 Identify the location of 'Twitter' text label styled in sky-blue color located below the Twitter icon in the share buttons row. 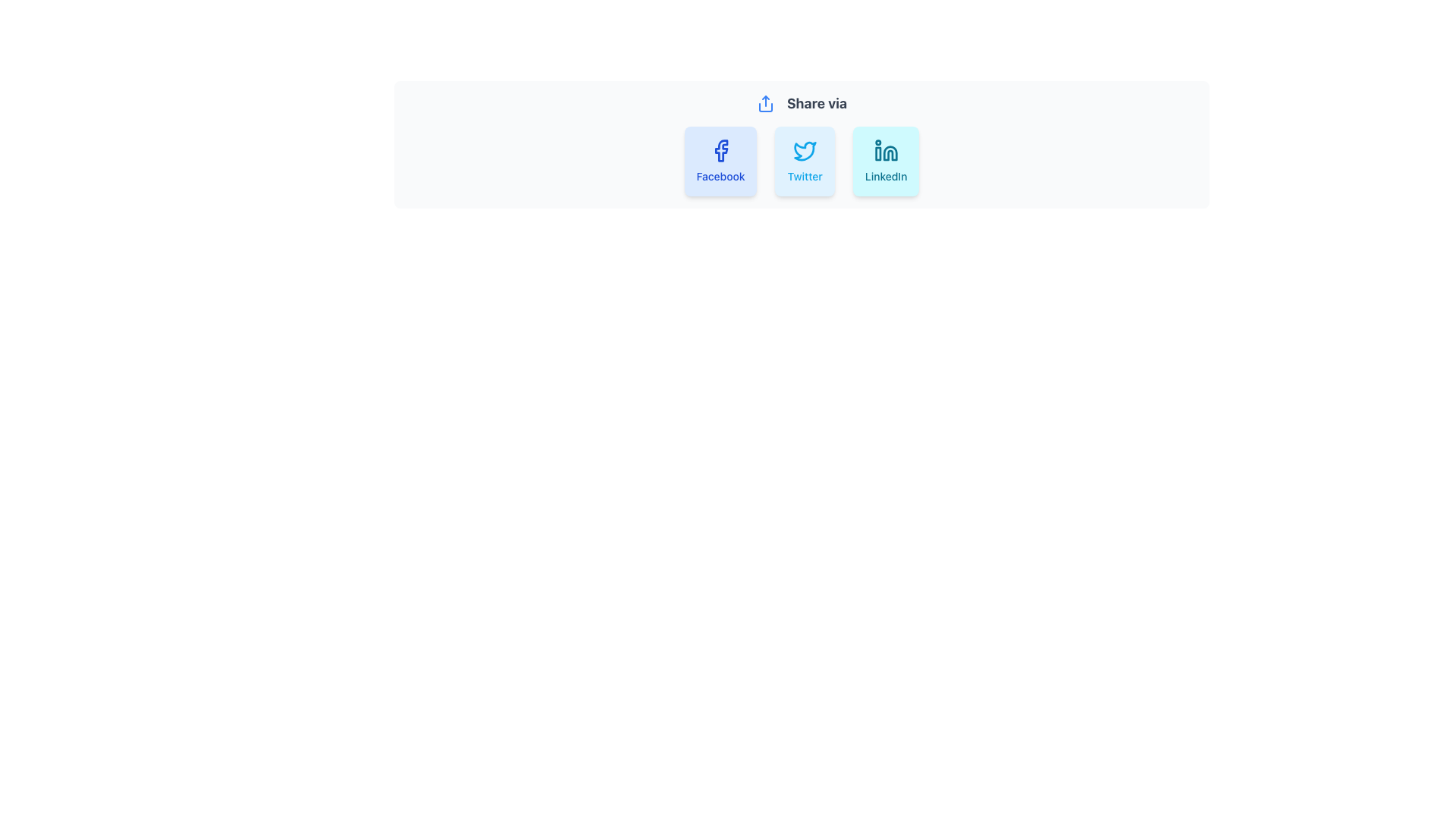
(804, 175).